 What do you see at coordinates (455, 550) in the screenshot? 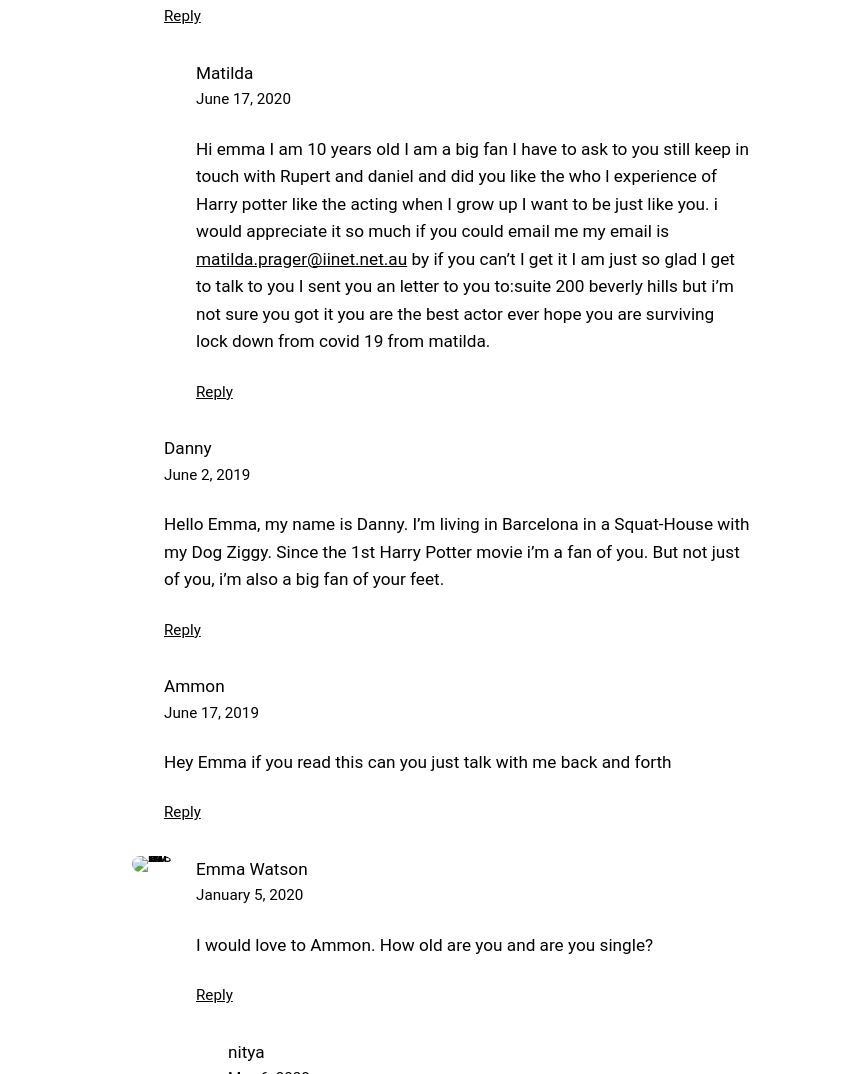
I see `'Hello Emma, my name is  Danny. I’m living in Barcelona in a Squat-House with my Dog Ziggy. Since the 1st Harry Potter movie i’m a fan of you. But not just of you, i’m also a big fan of your feet.'` at bounding box center [455, 550].